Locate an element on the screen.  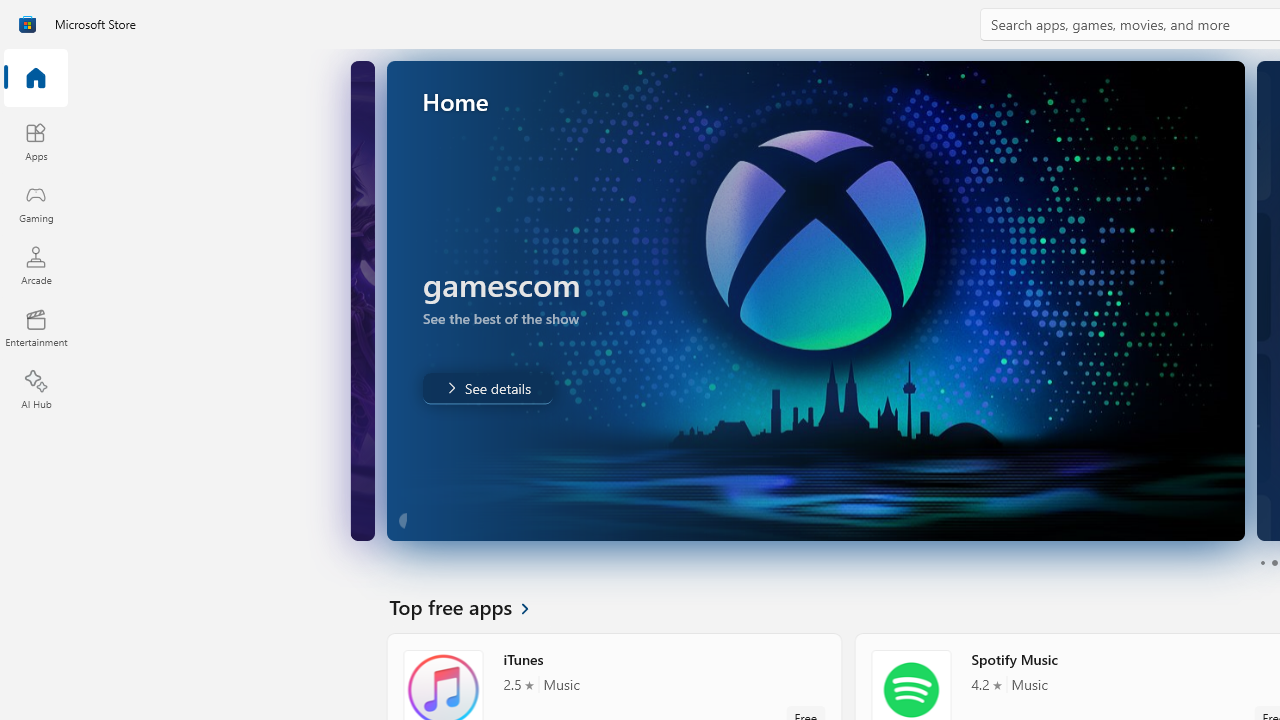
'Page 1' is located at coordinates (1261, 563).